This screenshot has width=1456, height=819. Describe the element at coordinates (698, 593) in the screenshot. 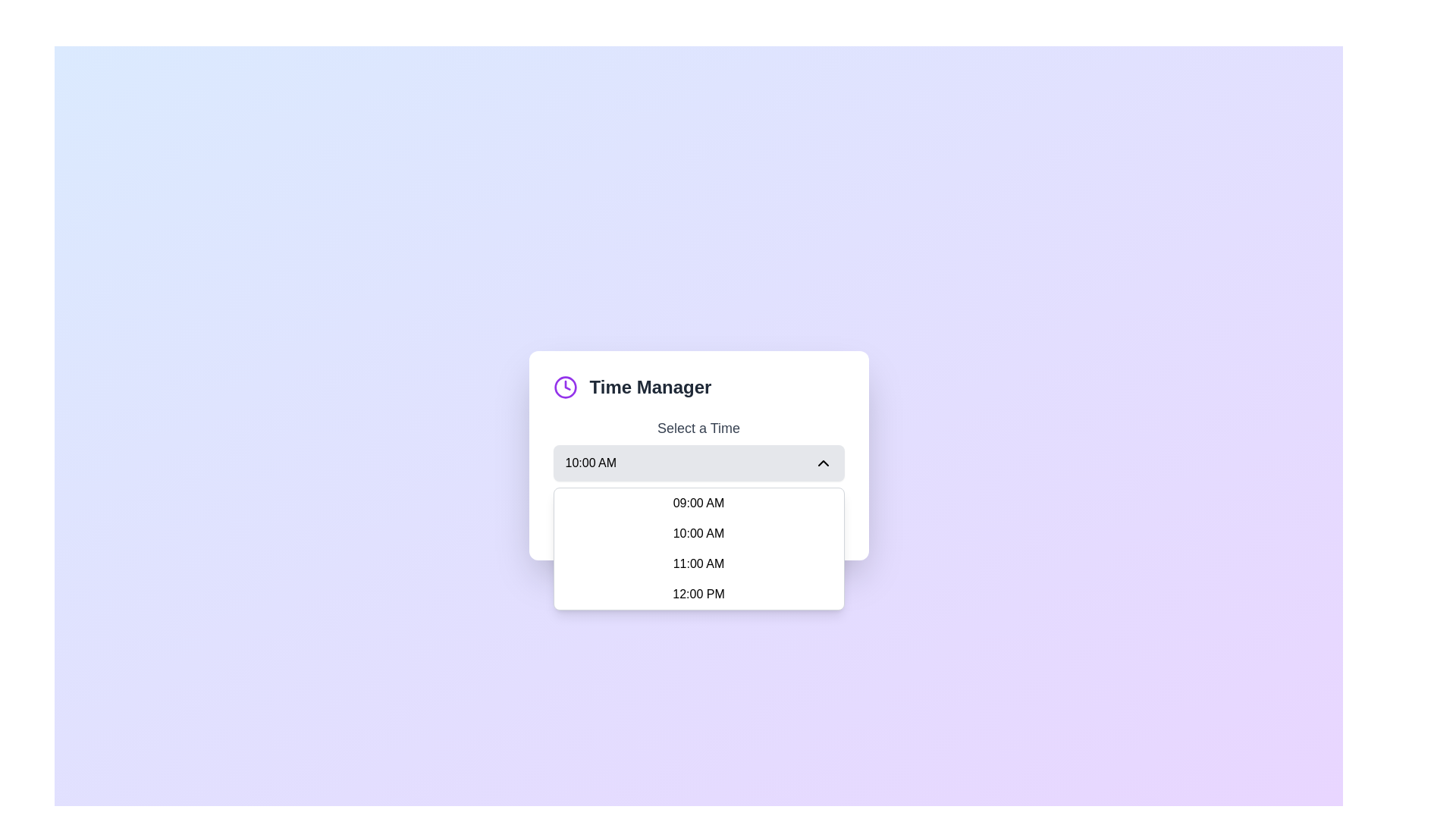

I see `the fourth selectable item in the dropdown menu for time selection` at that location.